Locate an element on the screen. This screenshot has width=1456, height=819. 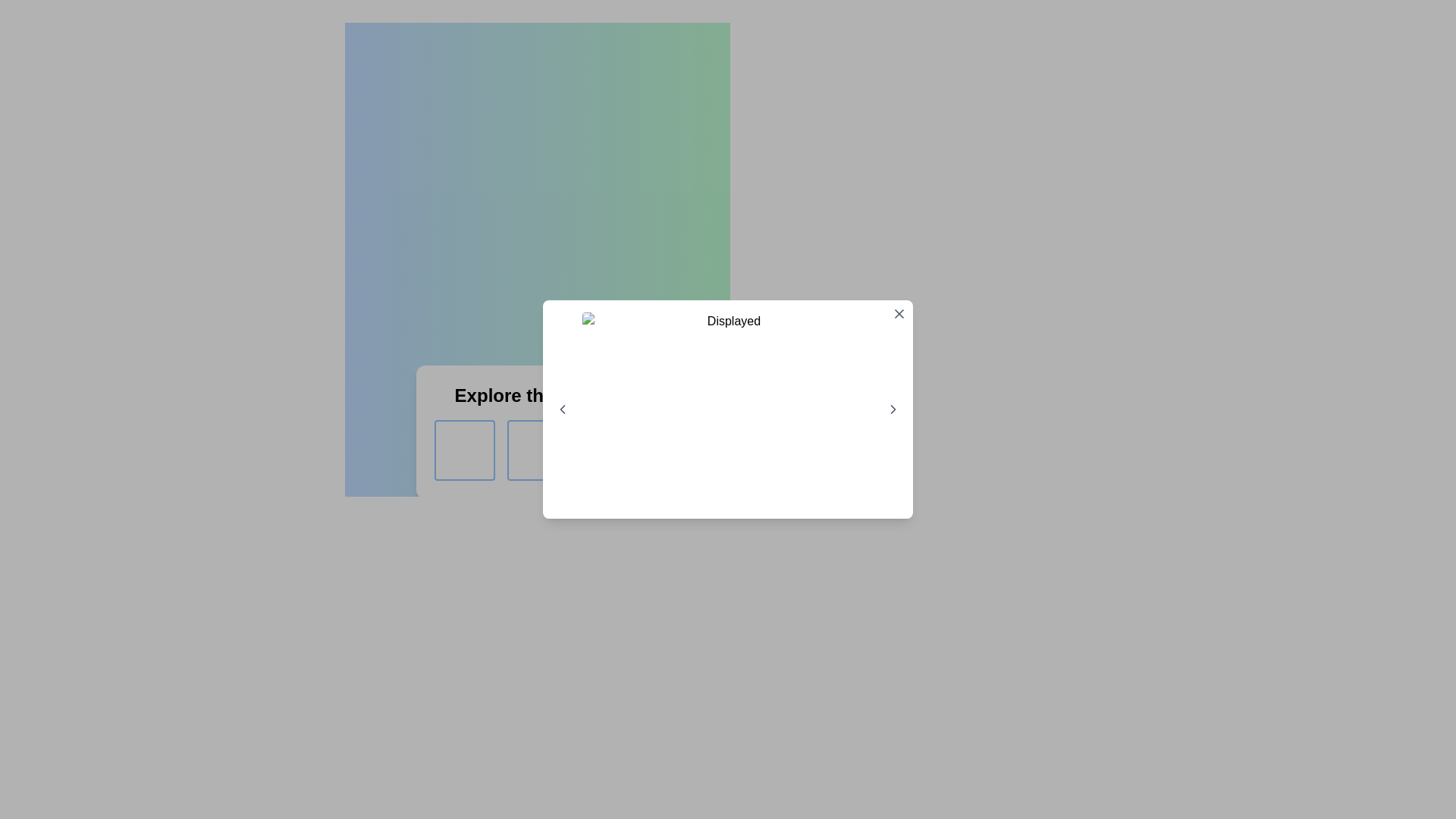
the second image thumbnail in a horizontal row of three is located at coordinates (538, 450).